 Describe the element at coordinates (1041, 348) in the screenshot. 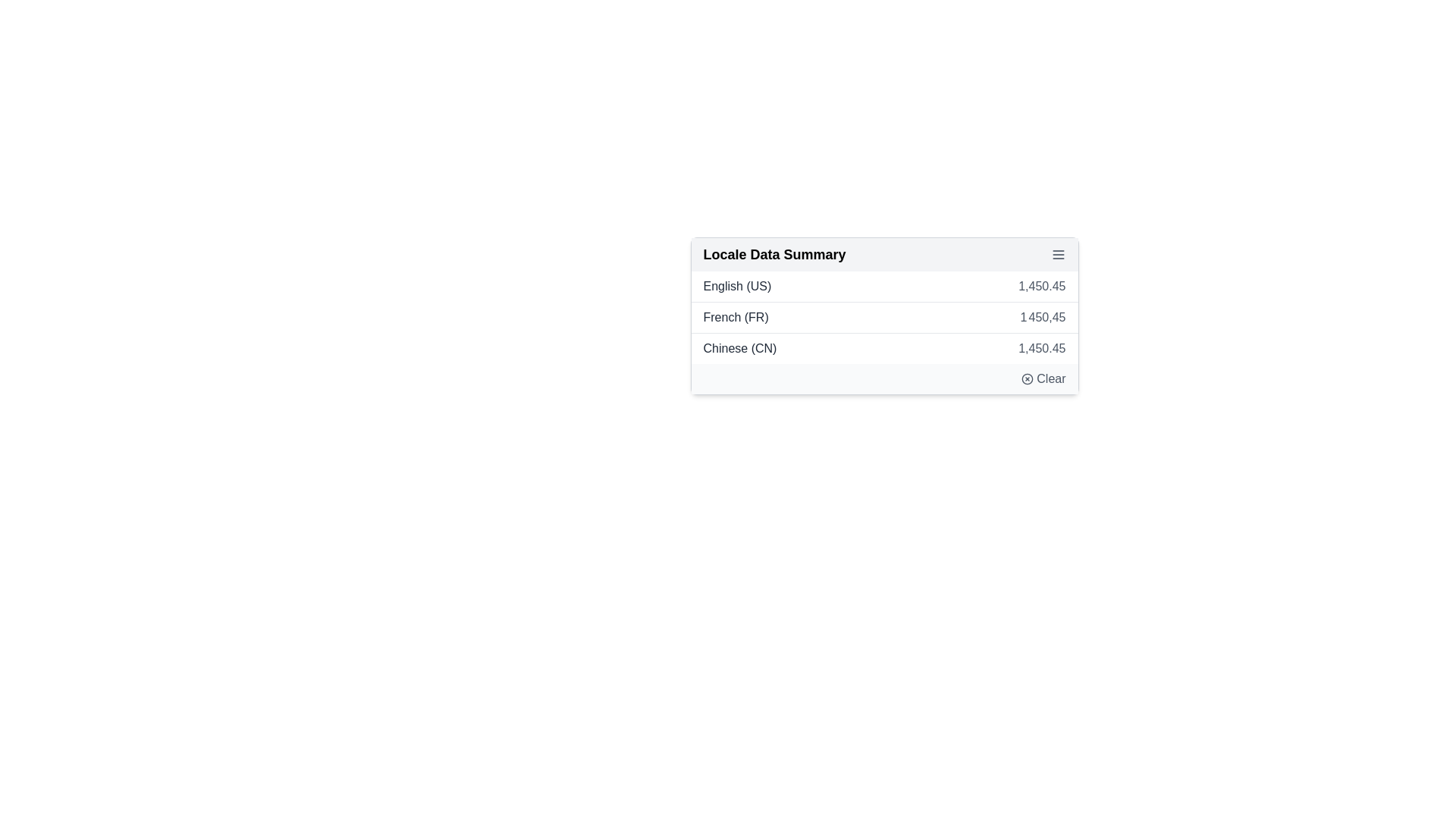

I see `the static text label displaying numerical data for 'Chinese (CN)', positioned to the right of the locale label` at that location.